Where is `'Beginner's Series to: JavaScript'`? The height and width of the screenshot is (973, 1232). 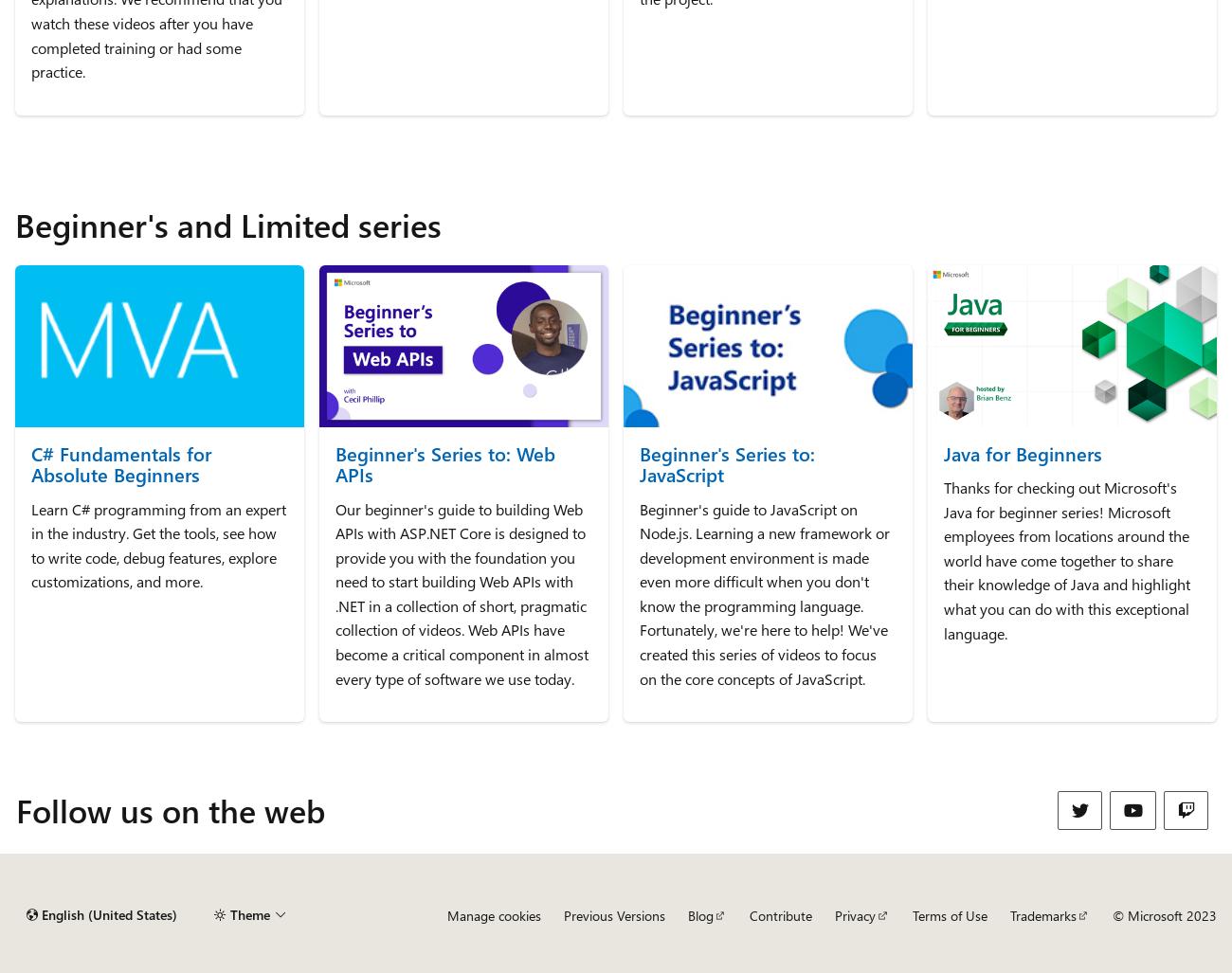
'Beginner's Series to: JavaScript' is located at coordinates (726, 462).